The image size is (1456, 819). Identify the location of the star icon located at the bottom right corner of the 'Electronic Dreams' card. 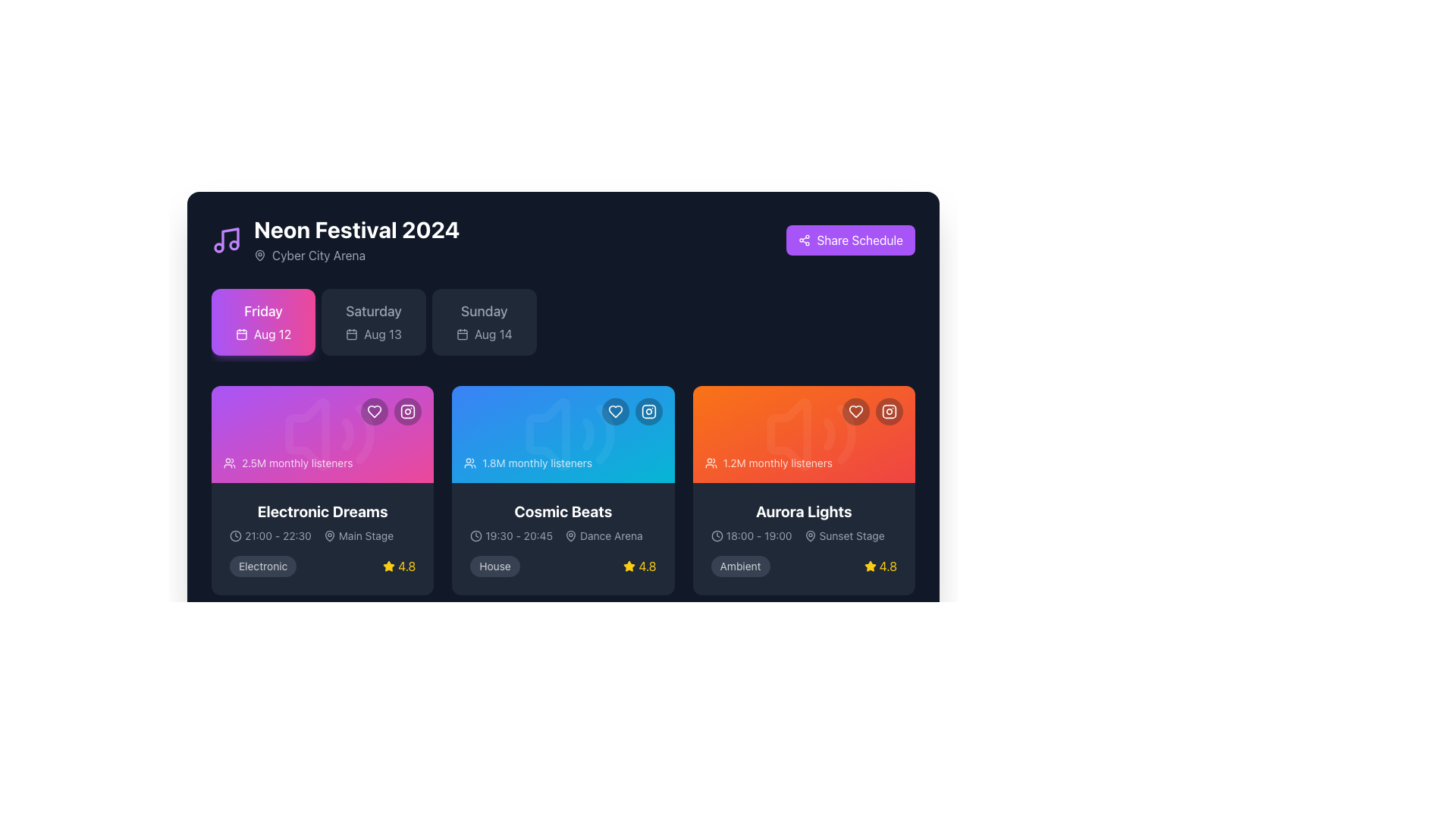
(389, 566).